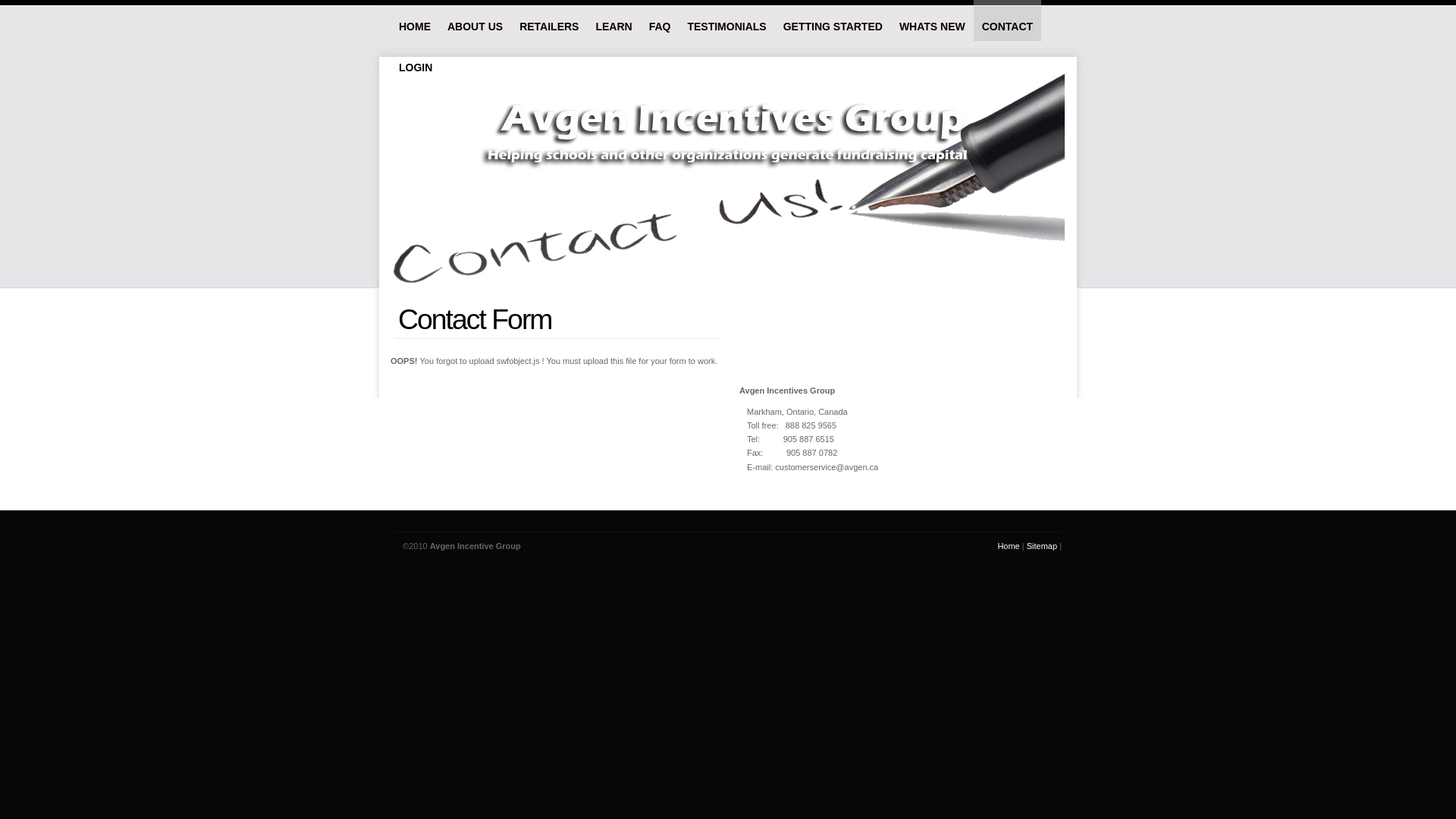  Describe the element at coordinates (474, 20) in the screenshot. I see `'ABOUT US'` at that location.